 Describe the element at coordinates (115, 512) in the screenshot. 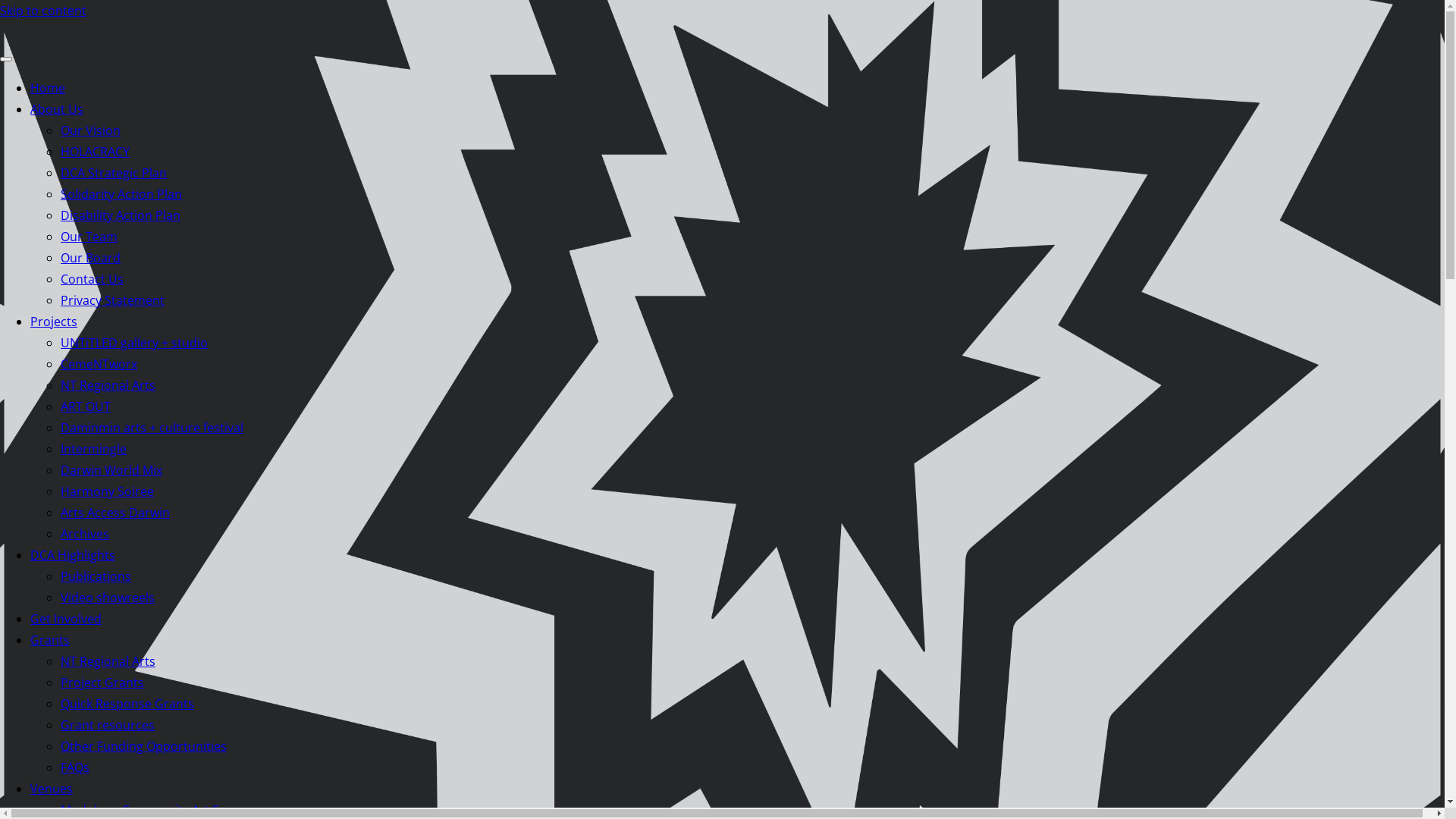

I see `'Arts Access Darwin'` at that location.